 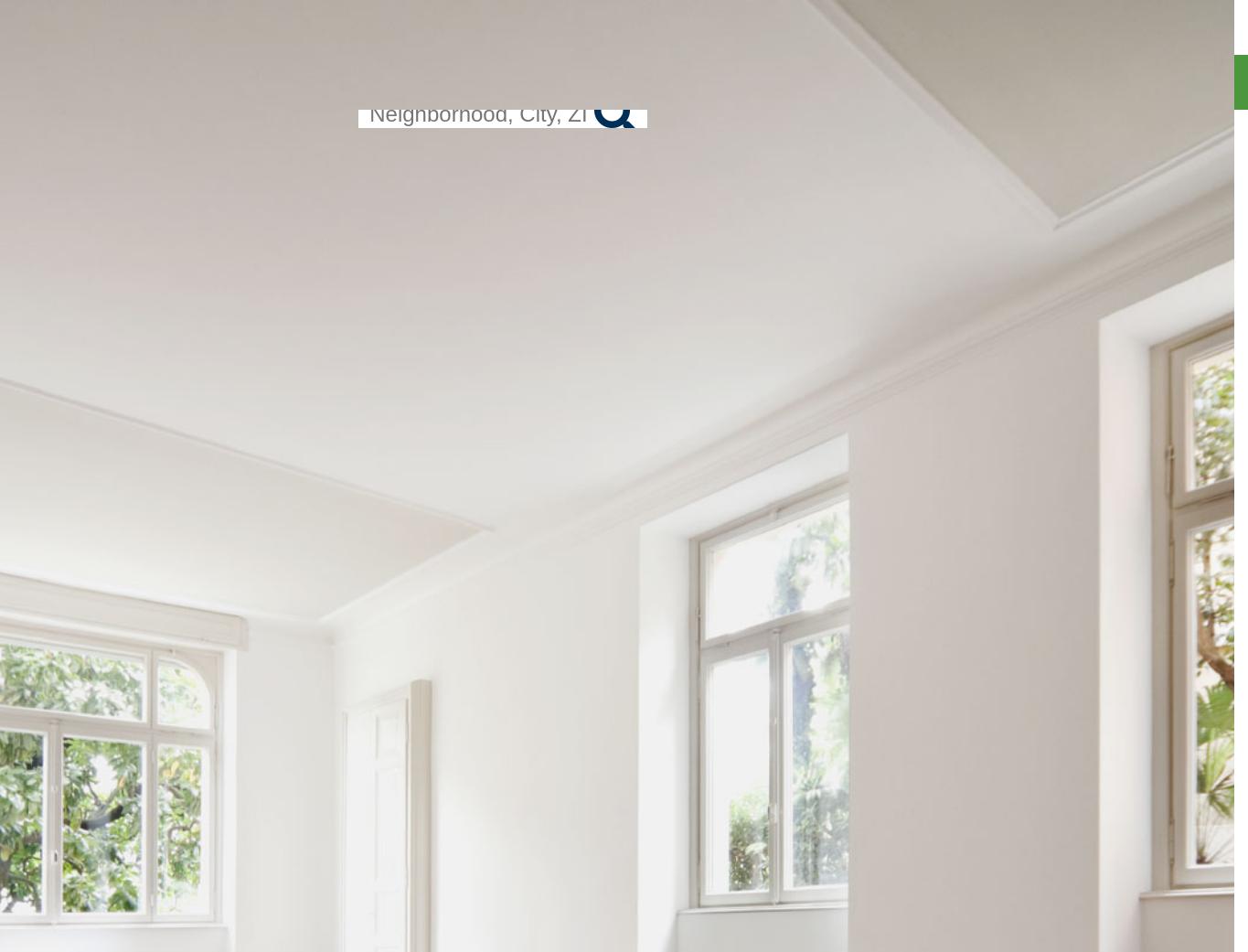 What do you see at coordinates (1188, 150) in the screenshot?
I see `'Relocation'` at bounding box center [1188, 150].